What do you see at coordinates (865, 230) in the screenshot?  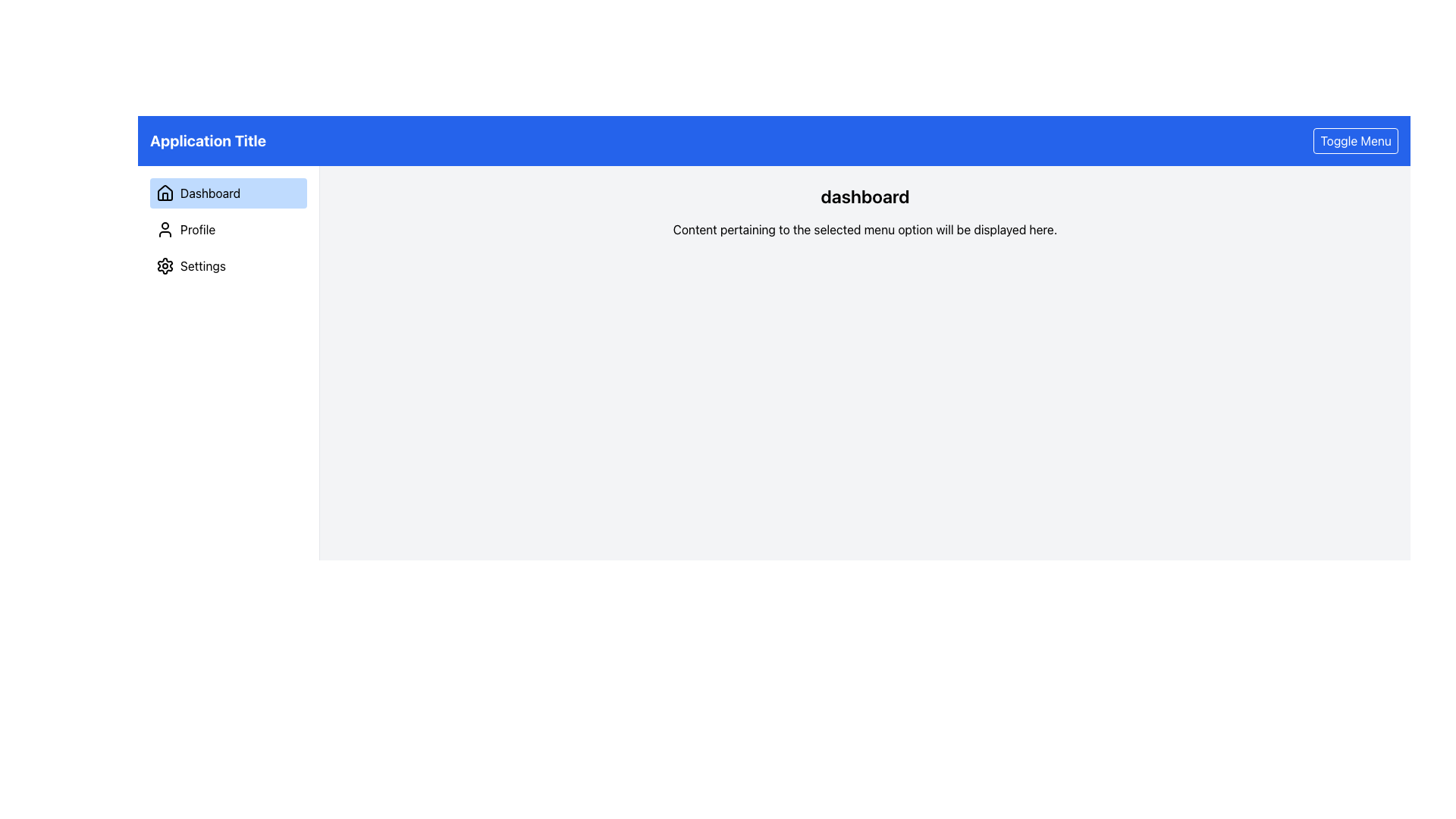 I see `static informational text displayed below the 'dashboard' title in the main content area` at bounding box center [865, 230].